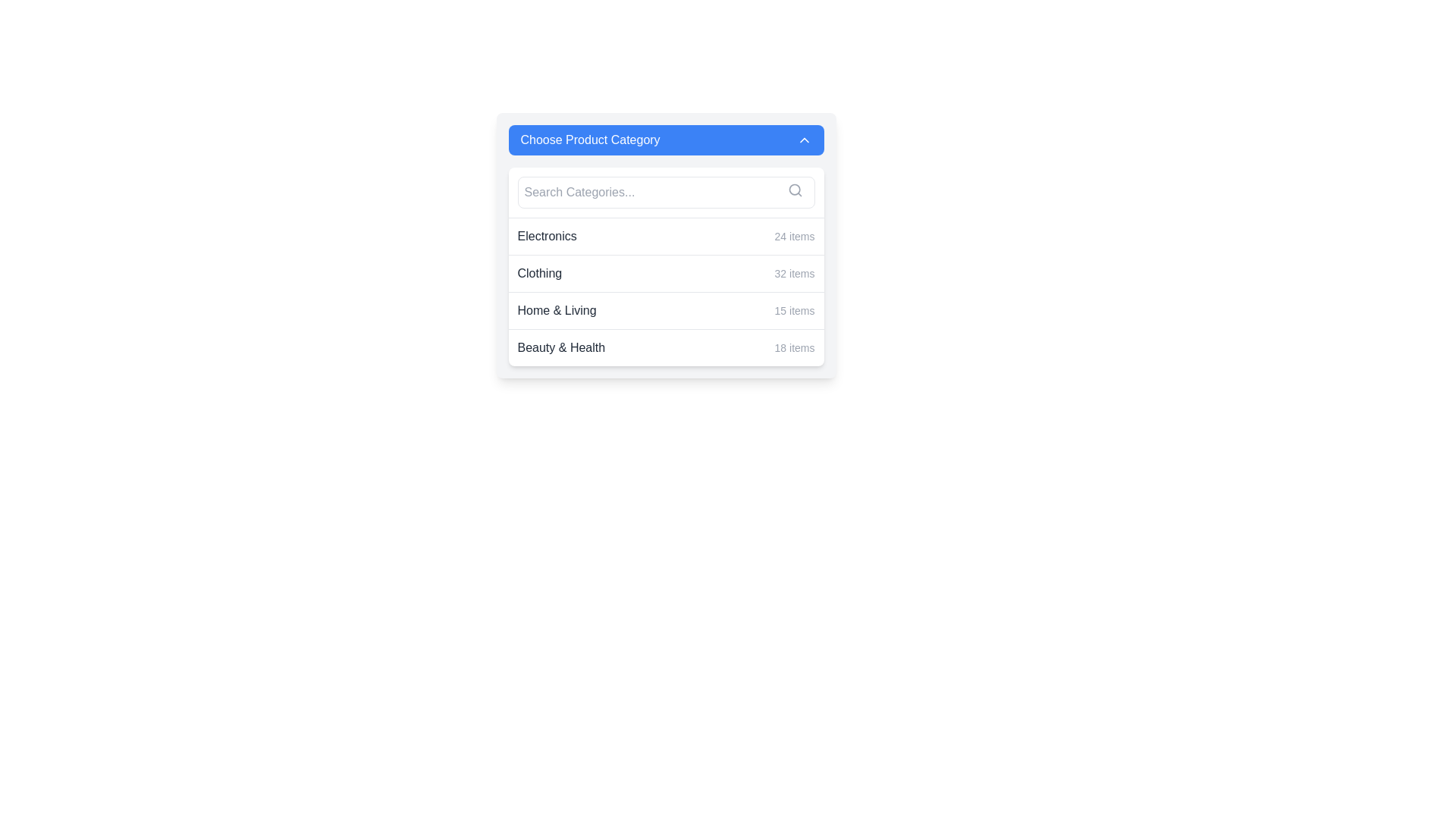  I want to click on the circular gray search icon element located in the top-right section of the search input field, so click(793, 189).